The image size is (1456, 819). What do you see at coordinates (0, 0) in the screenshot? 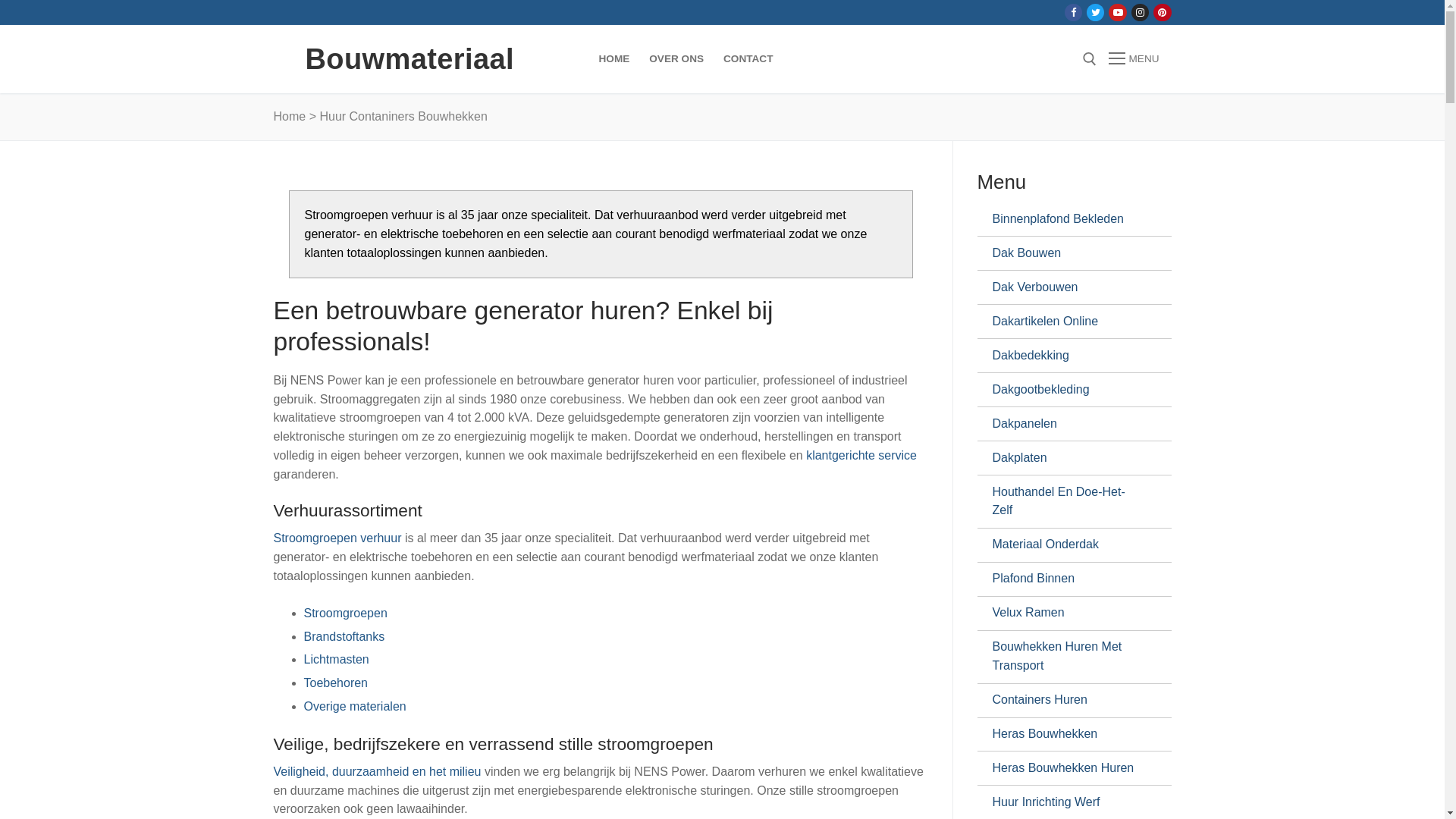
I see `'Spring naar de inhoud'` at bounding box center [0, 0].